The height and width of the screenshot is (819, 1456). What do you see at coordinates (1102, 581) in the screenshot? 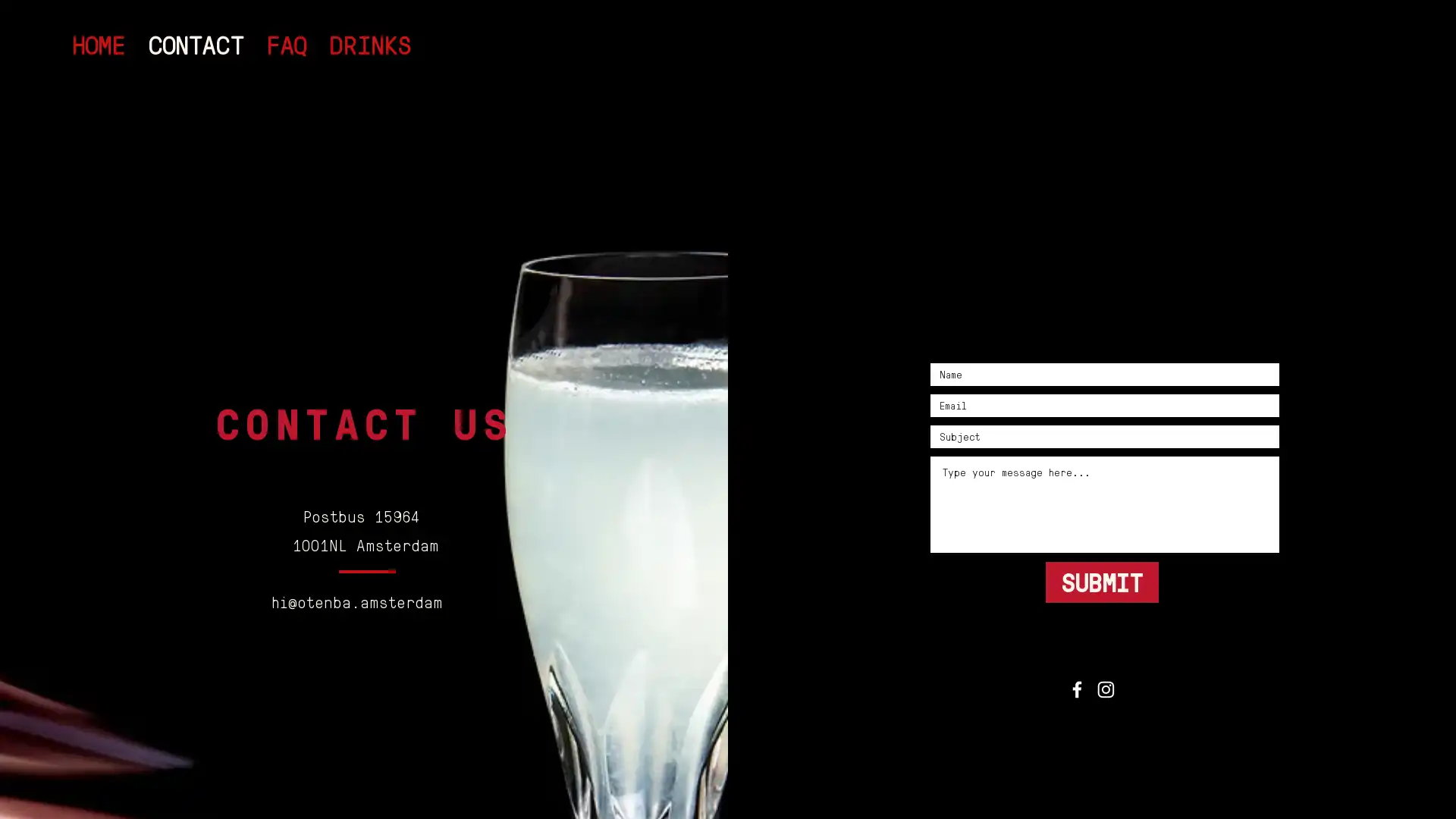
I see `SUBMIT` at bounding box center [1102, 581].